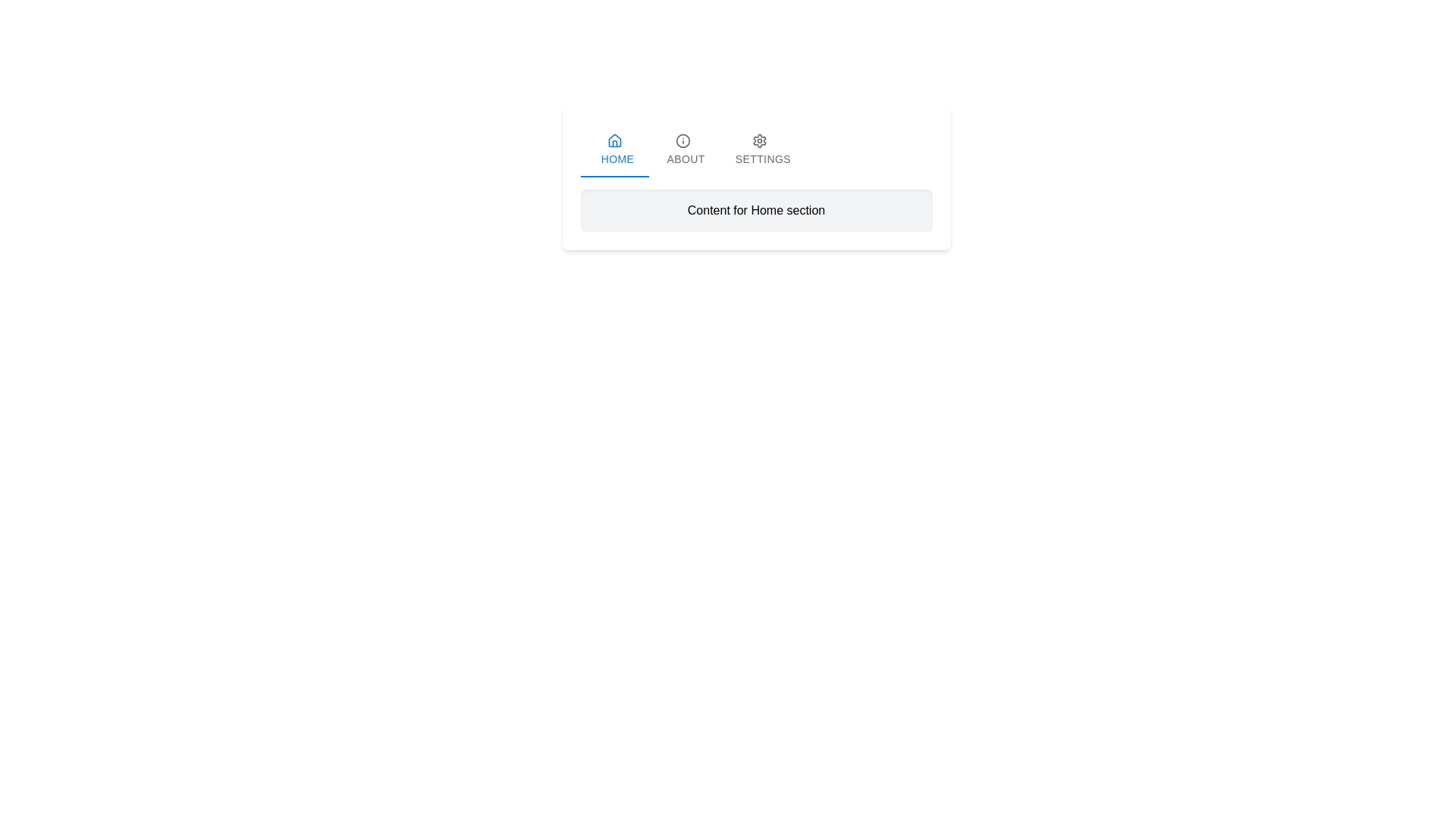 This screenshot has height=819, width=1456. Describe the element at coordinates (763, 160) in the screenshot. I see `the 'Settings' text label, which is the last element in the row of navigation tabs including 'Home' and 'About', displayed in a normal font weight and dark color` at that location.